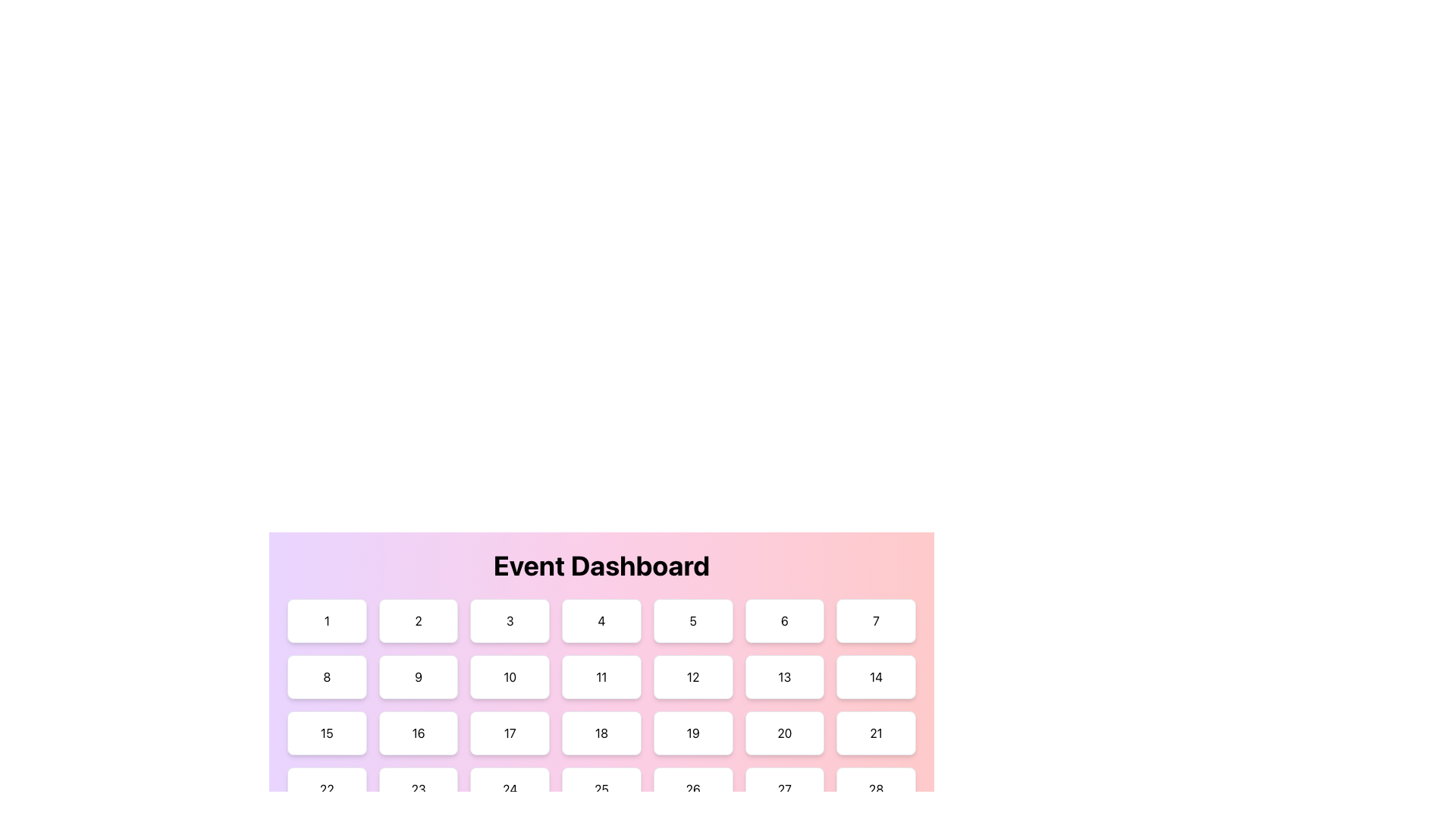 Image resolution: width=1456 pixels, height=819 pixels. Describe the element at coordinates (510, 733) in the screenshot. I see `the button representing the number '17' in the Event Dashboard grid` at that location.